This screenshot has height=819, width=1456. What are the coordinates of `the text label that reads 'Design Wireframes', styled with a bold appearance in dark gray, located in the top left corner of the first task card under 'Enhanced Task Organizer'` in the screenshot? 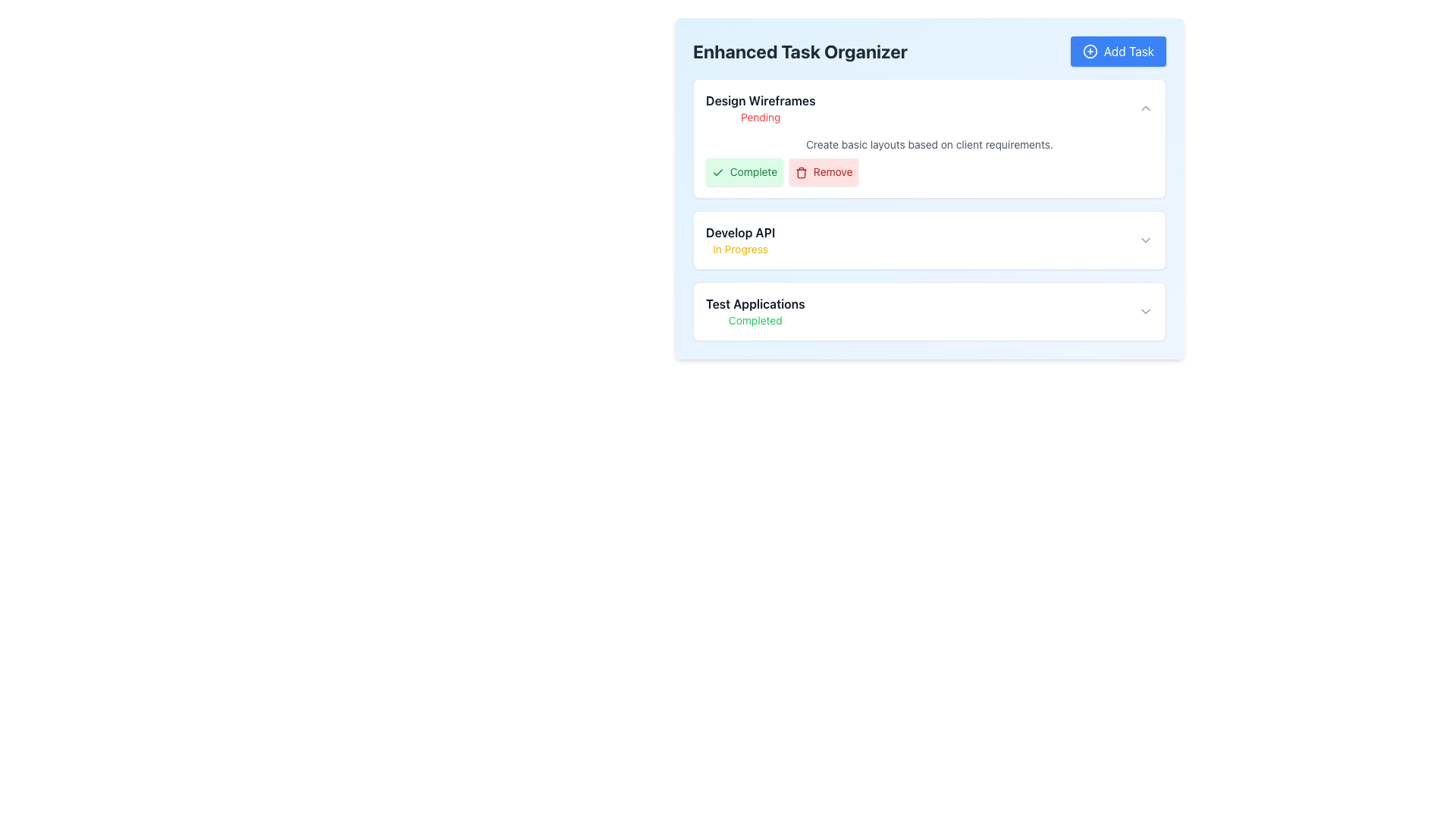 It's located at (761, 100).